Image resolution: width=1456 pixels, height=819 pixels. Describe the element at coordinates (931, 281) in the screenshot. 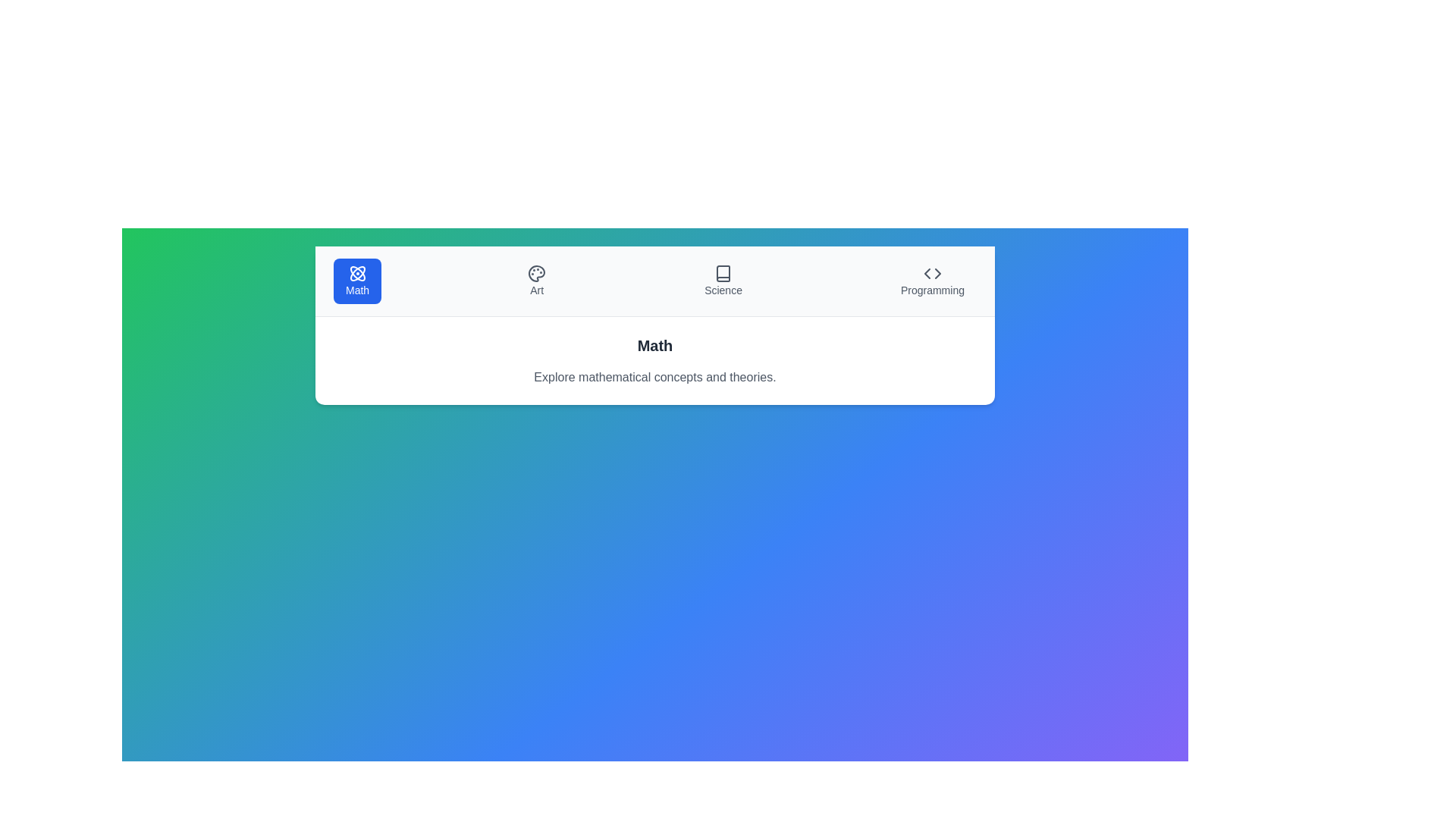

I see `the subject Programming by clicking on its respective button` at that location.